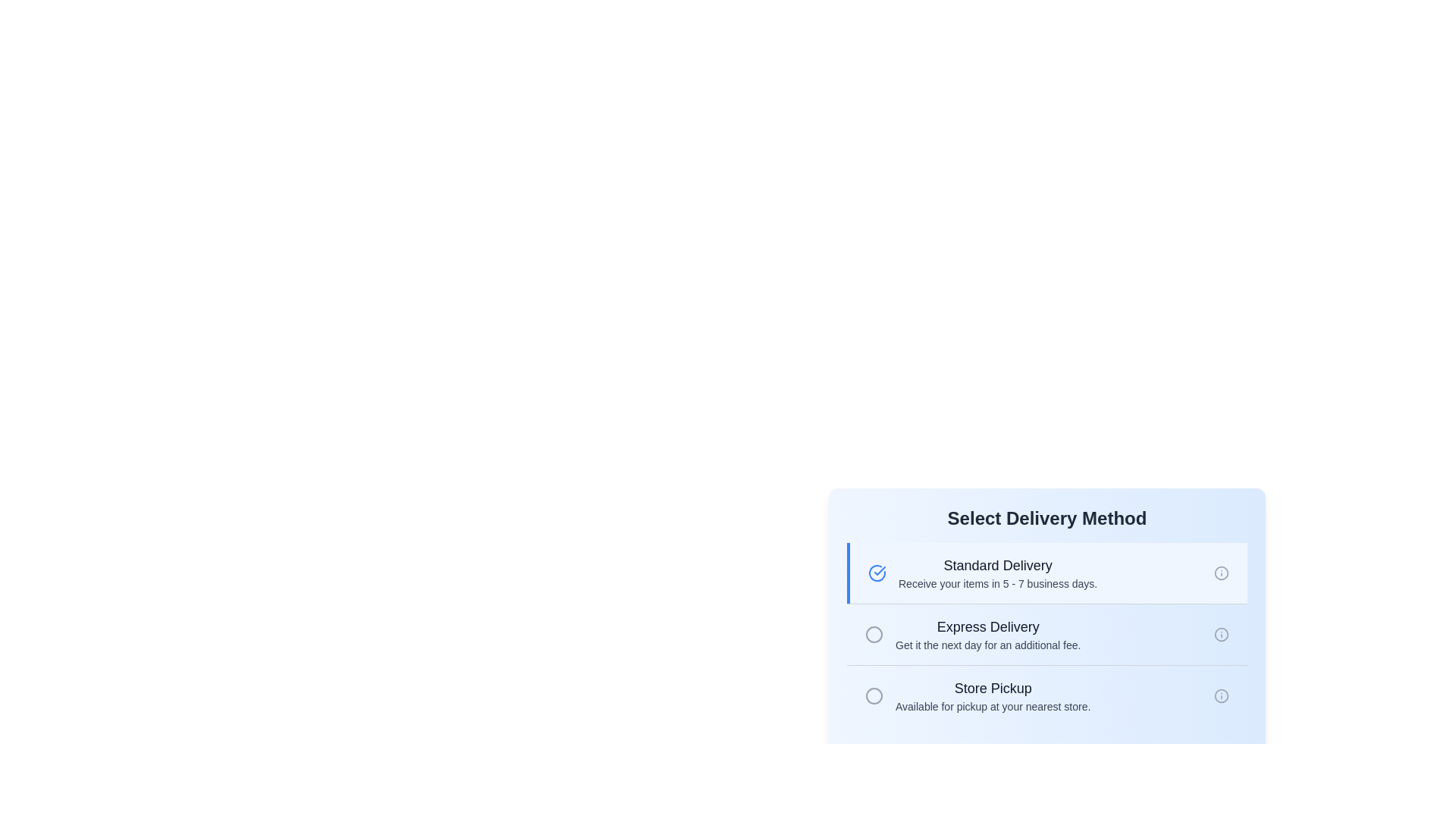  What do you see at coordinates (977, 696) in the screenshot?
I see `the third selectable delivery method option for store pickup located below the 'Express Delivery' option` at bounding box center [977, 696].